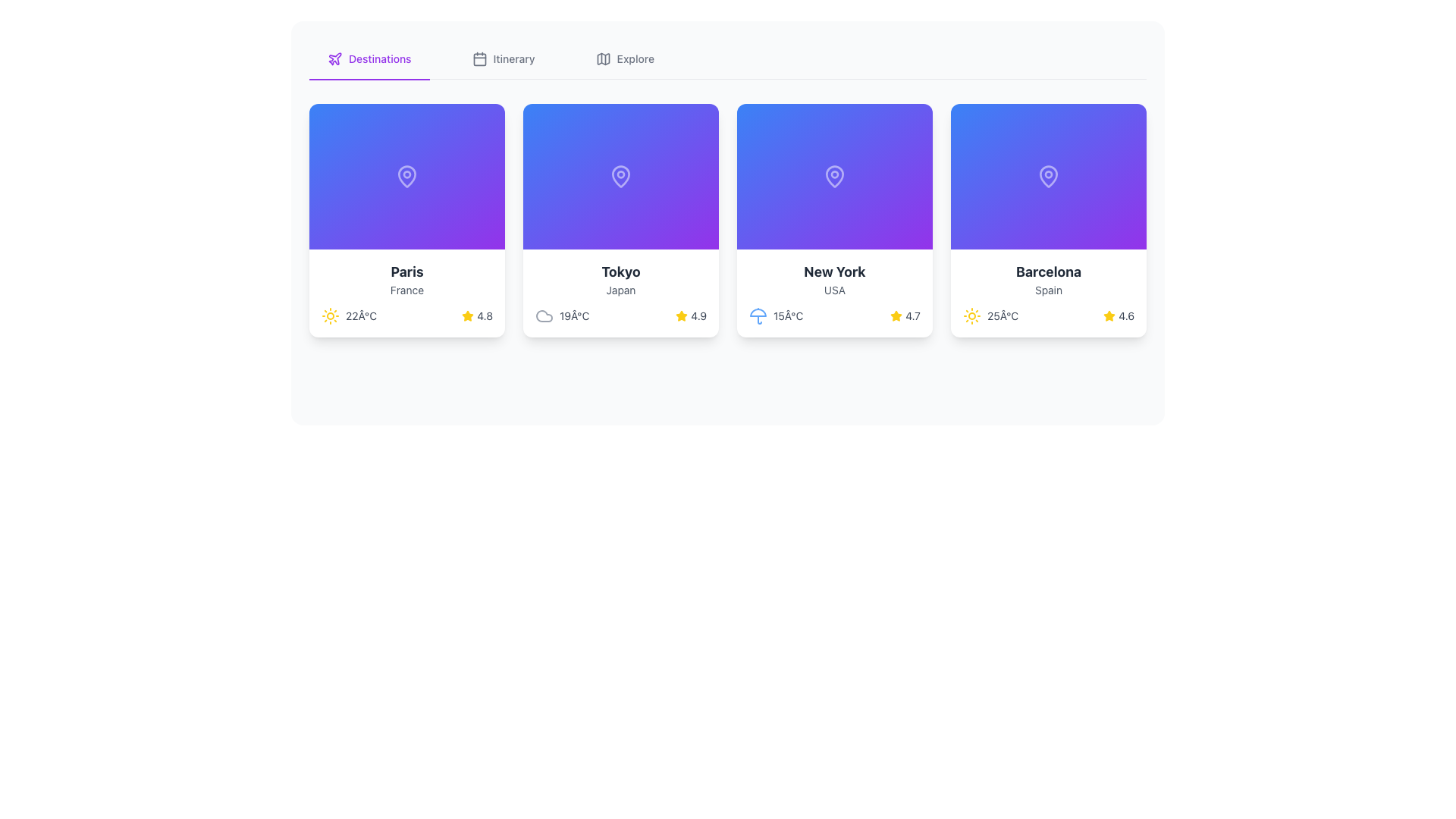  I want to click on the plane icon within the 'Destinations' navigation item for accessibility purposes, so click(334, 58).